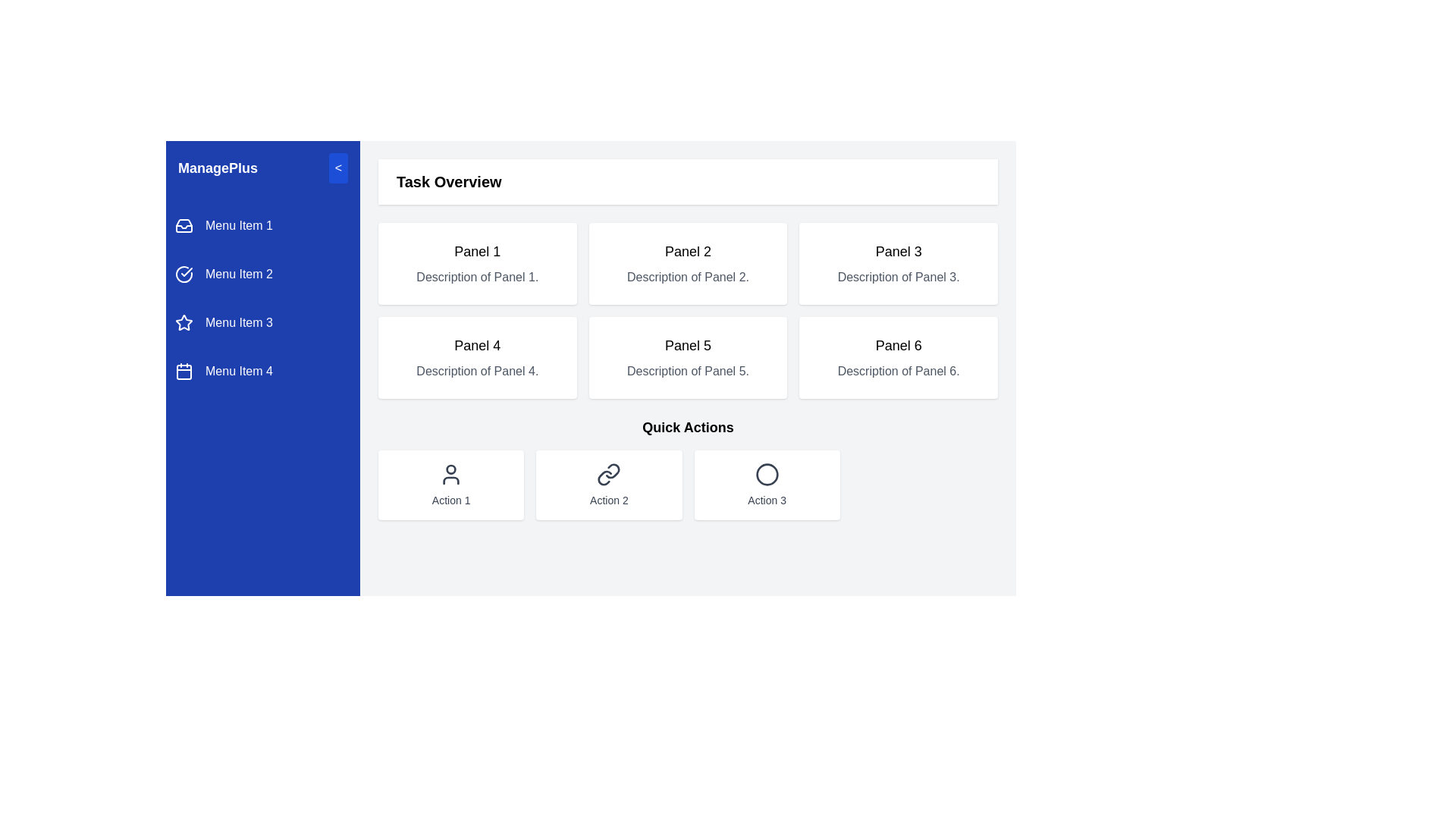 The image size is (1456, 819). What do you see at coordinates (767, 485) in the screenshot?
I see `the rectangular button labeled 'Action 3', which is located in the third column of the 'Quick Actions' grid layout` at bounding box center [767, 485].